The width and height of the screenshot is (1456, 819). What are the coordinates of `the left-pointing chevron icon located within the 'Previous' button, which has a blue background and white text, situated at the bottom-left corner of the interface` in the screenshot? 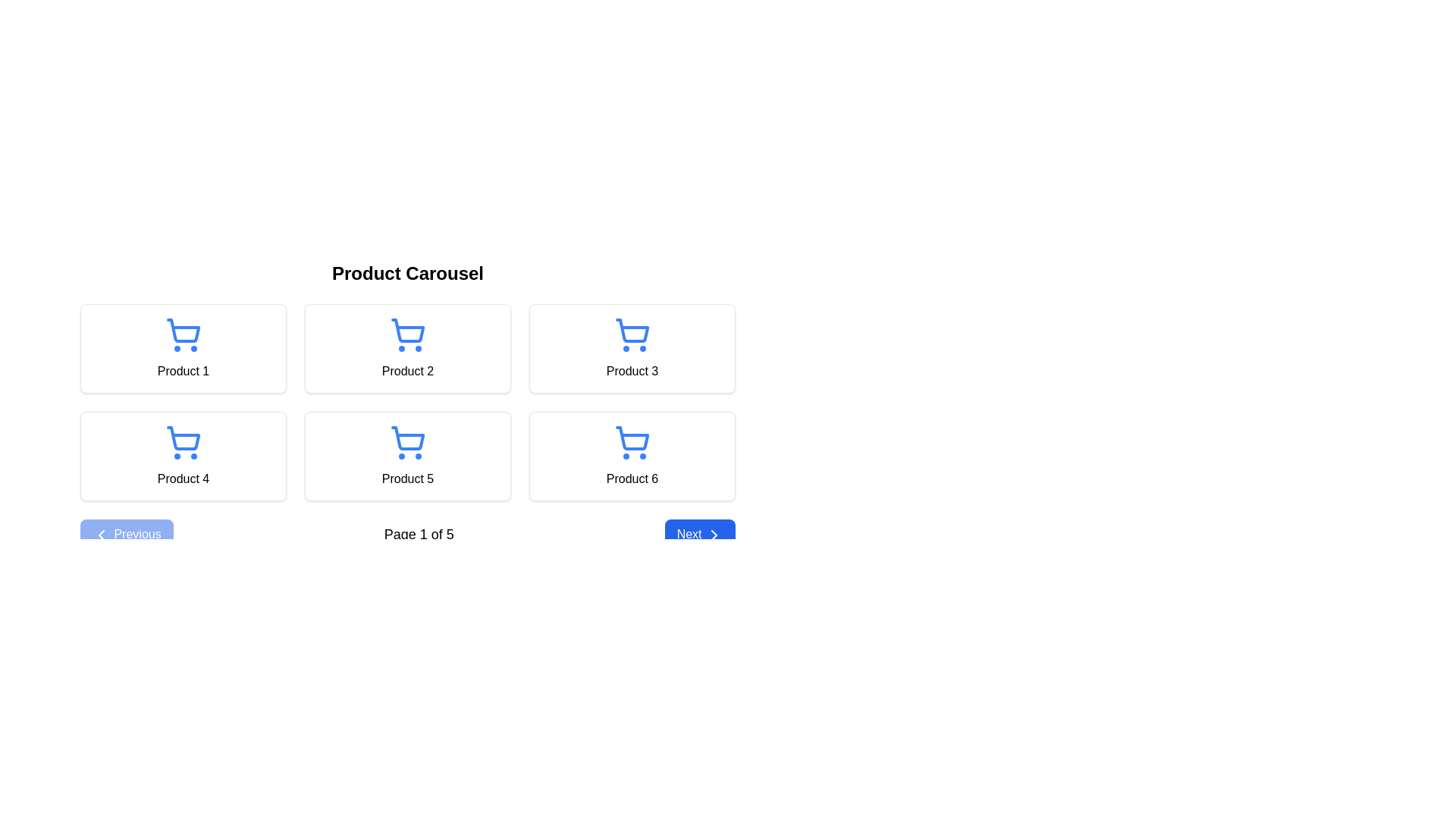 It's located at (101, 534).